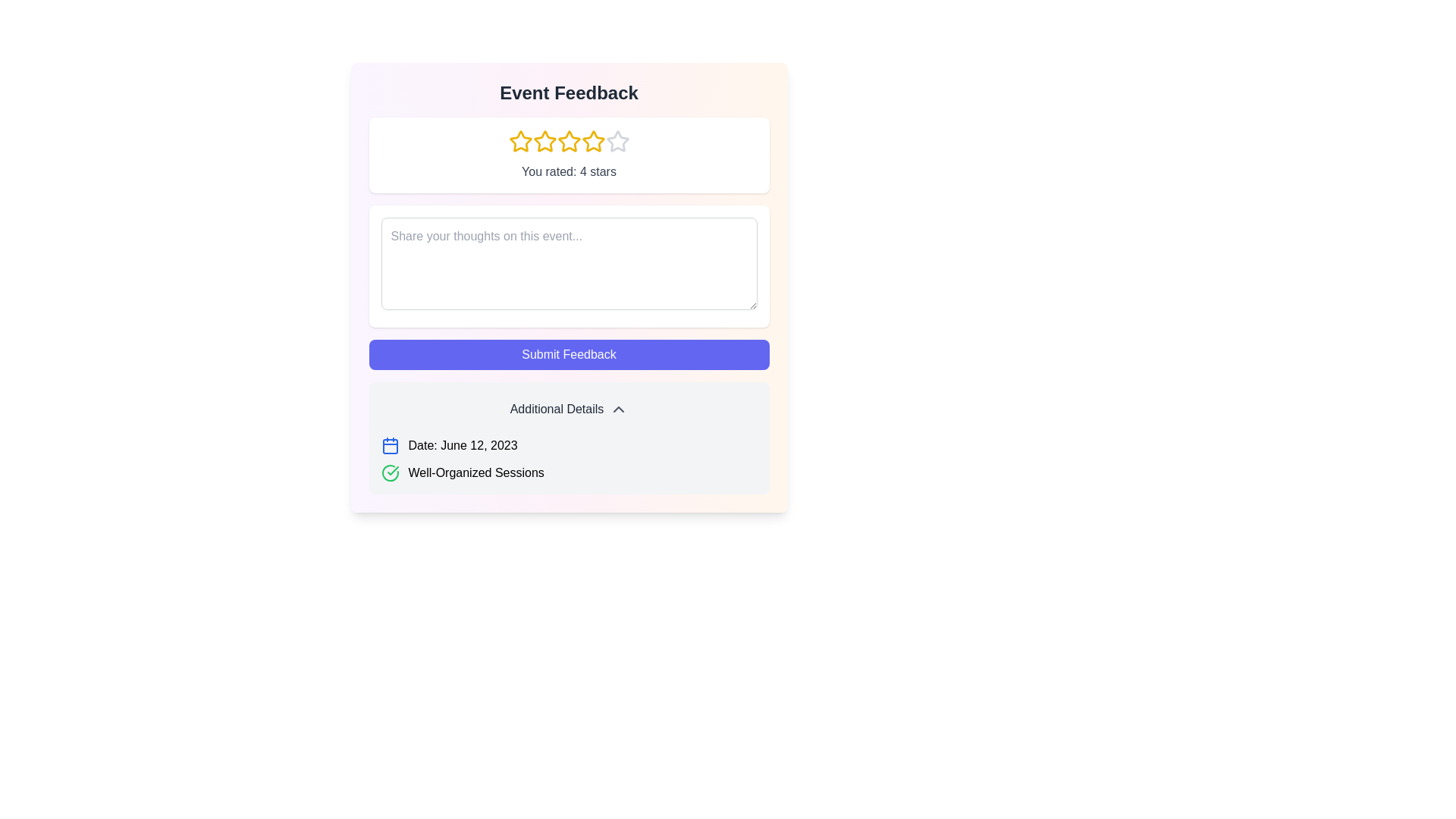  What do you see at coordinates (544, 141) in the screenshot?
I see `the second star icon in the rating system located in the 'Event Feedback' area` at bounding box center [544, 141].